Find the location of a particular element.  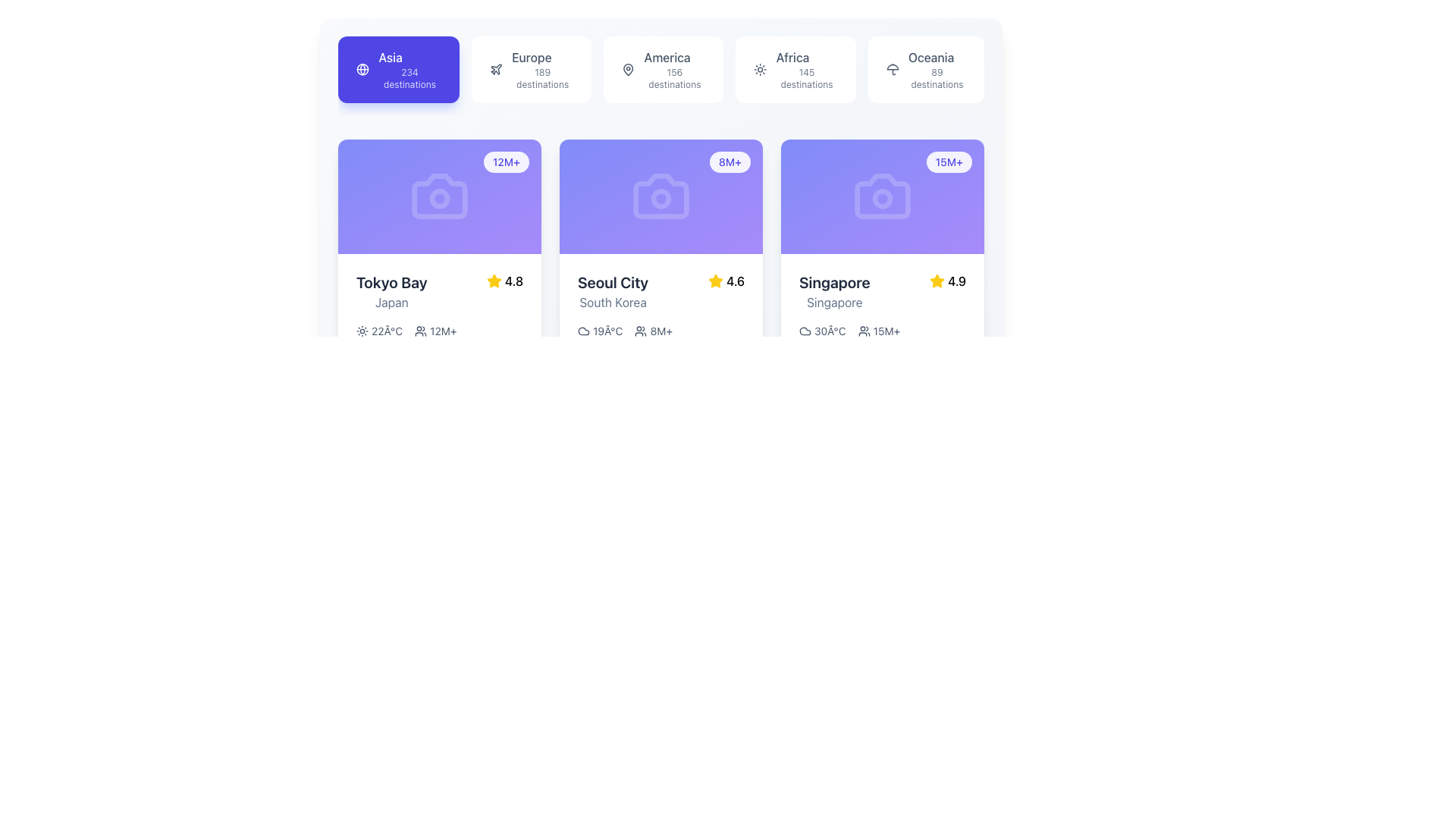

the 'Seoul City' text label located in the second card from the left, which displays the destination name and country is located at coordinates (613, 291).